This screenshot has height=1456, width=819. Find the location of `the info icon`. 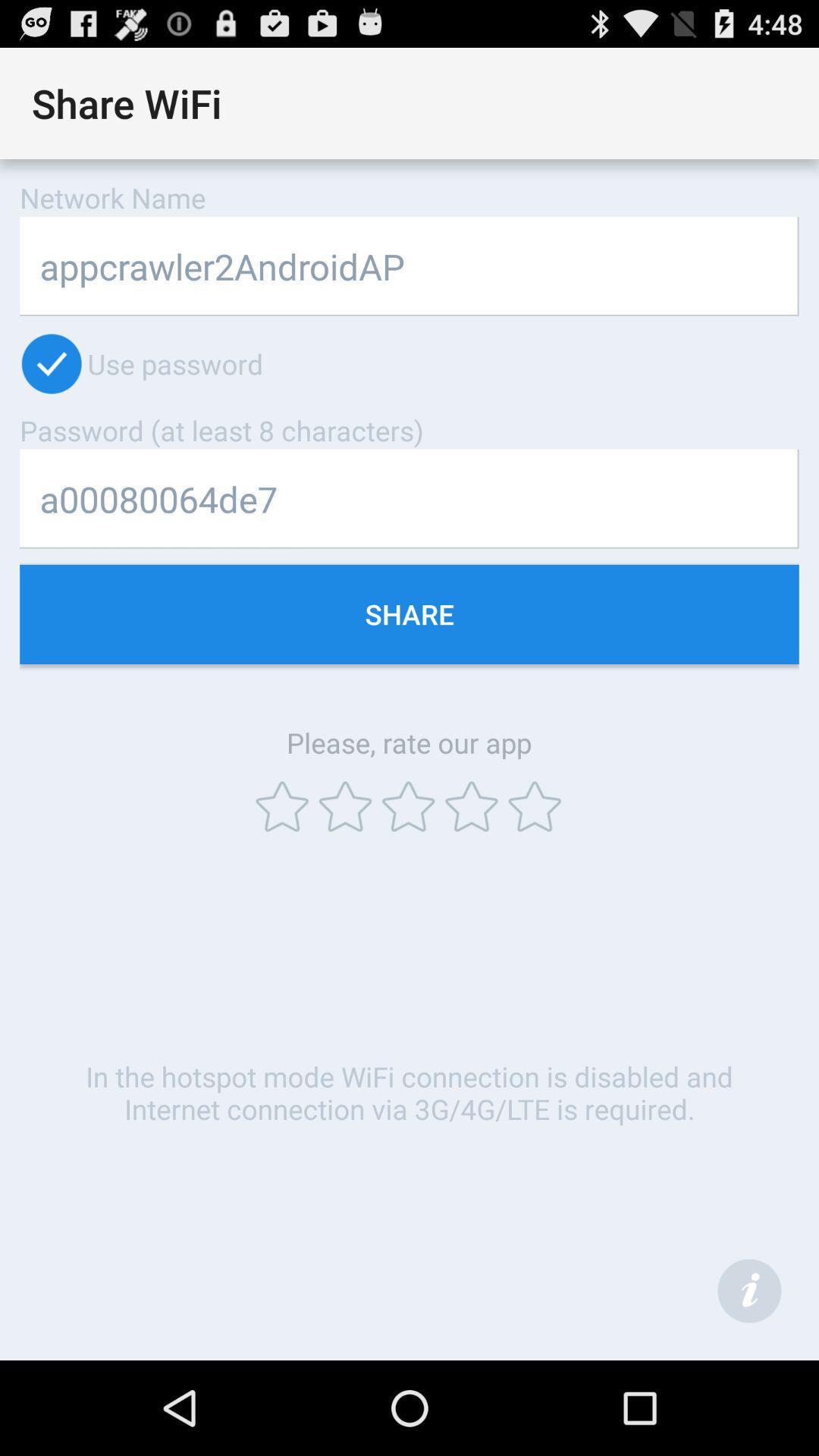

the info icon is located at coordinates (748, 1381).